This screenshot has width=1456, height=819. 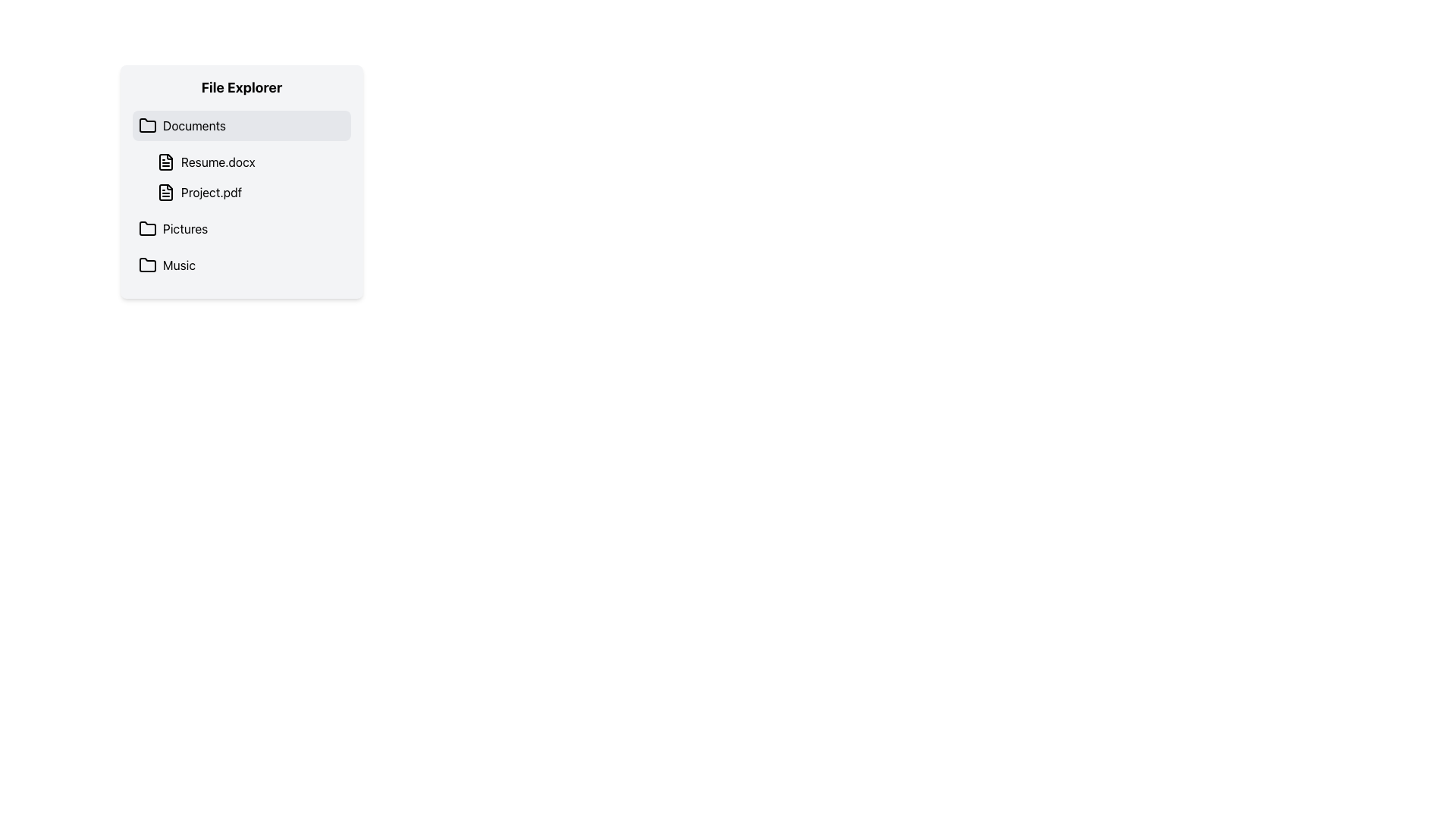 I want to click on the list item labeled 'Resume.docx' in the file explorer, so click(x=251, y=162).